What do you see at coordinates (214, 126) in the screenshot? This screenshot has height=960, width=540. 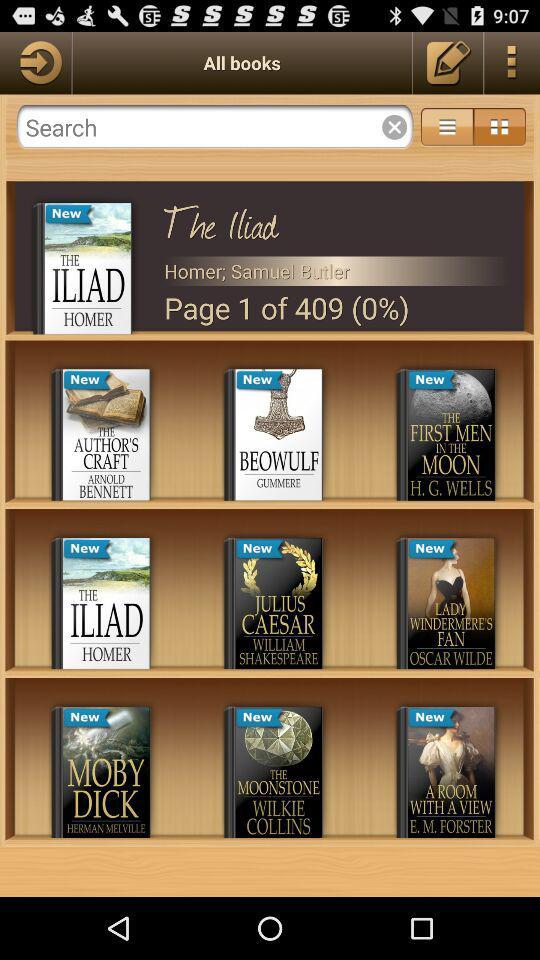 I see `the app below the all books icon` at bounding box center [214, 126].